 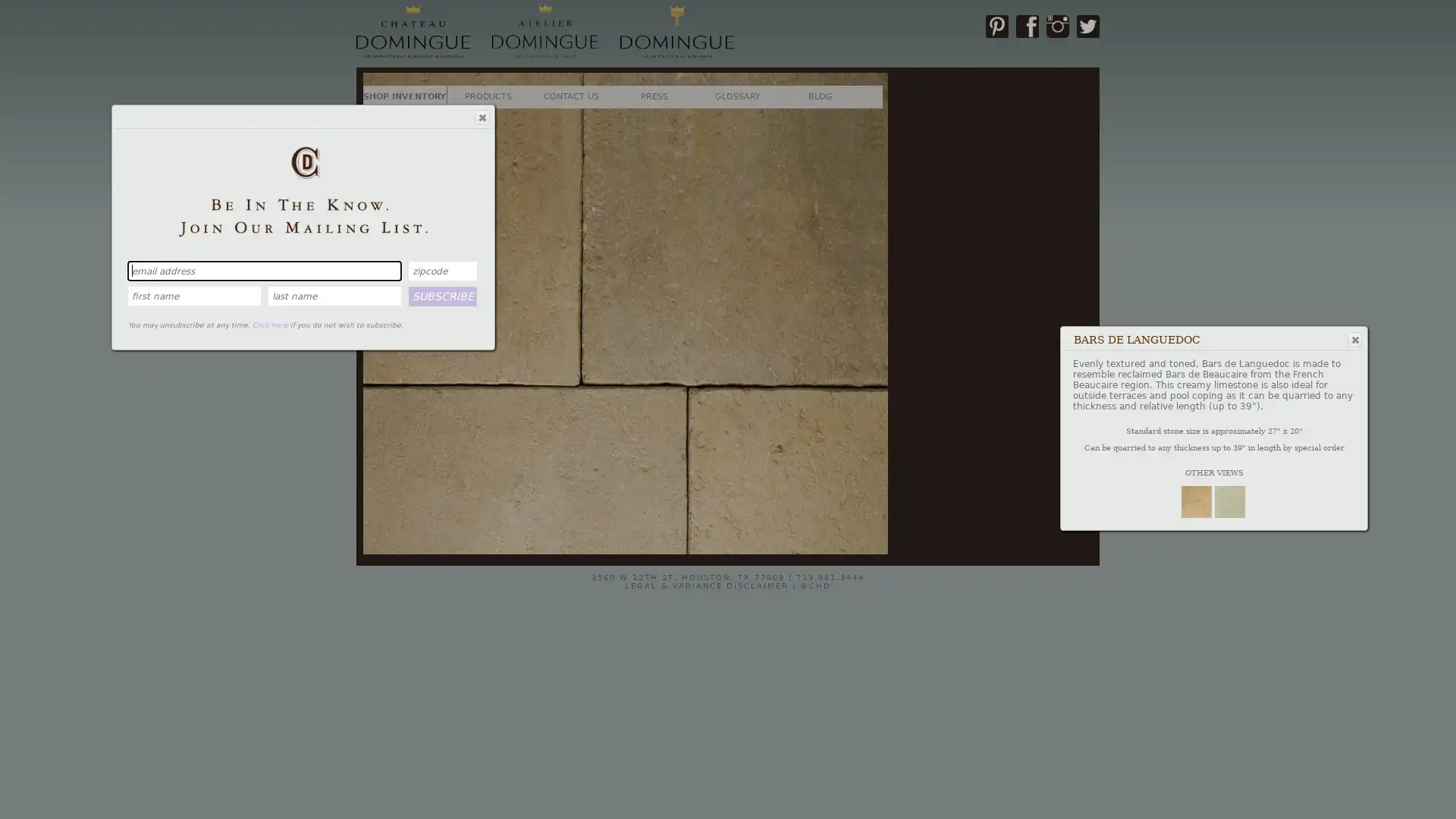 I want to click on Close, so click(x=480, y=116).